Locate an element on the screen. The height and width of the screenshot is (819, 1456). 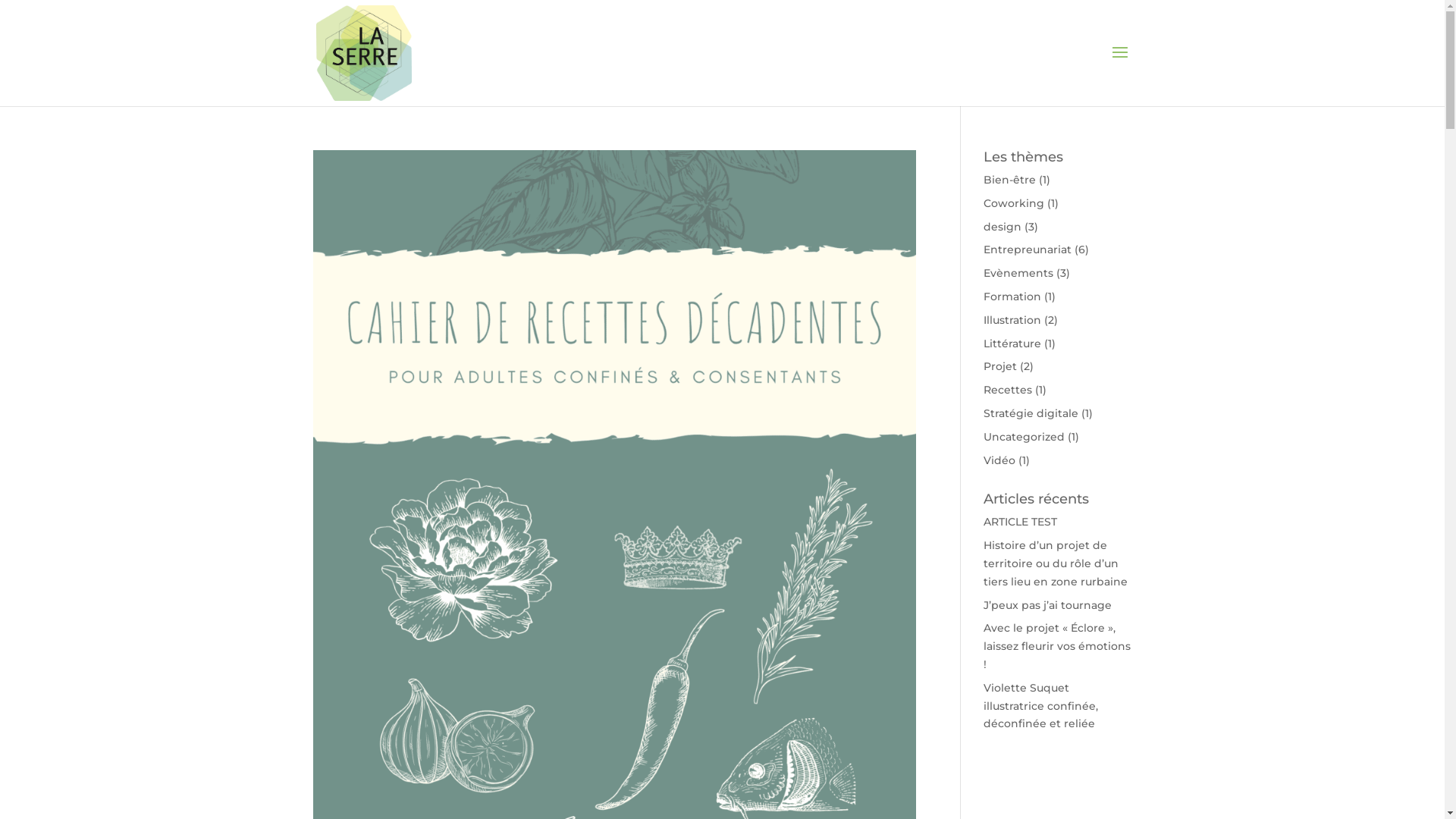
'Coworking' is located at coordinates (983, 202).